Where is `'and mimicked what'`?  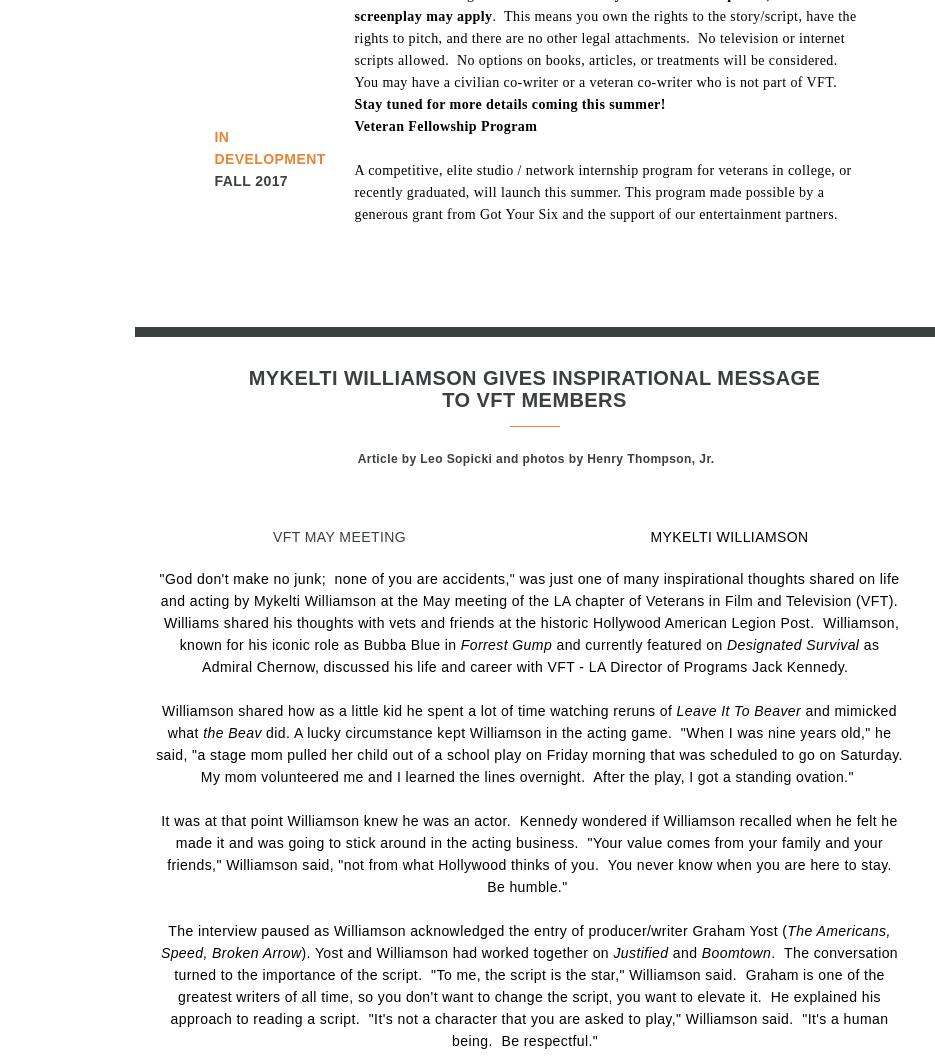 'and mimicked what' is located at coordinates (530, 720).